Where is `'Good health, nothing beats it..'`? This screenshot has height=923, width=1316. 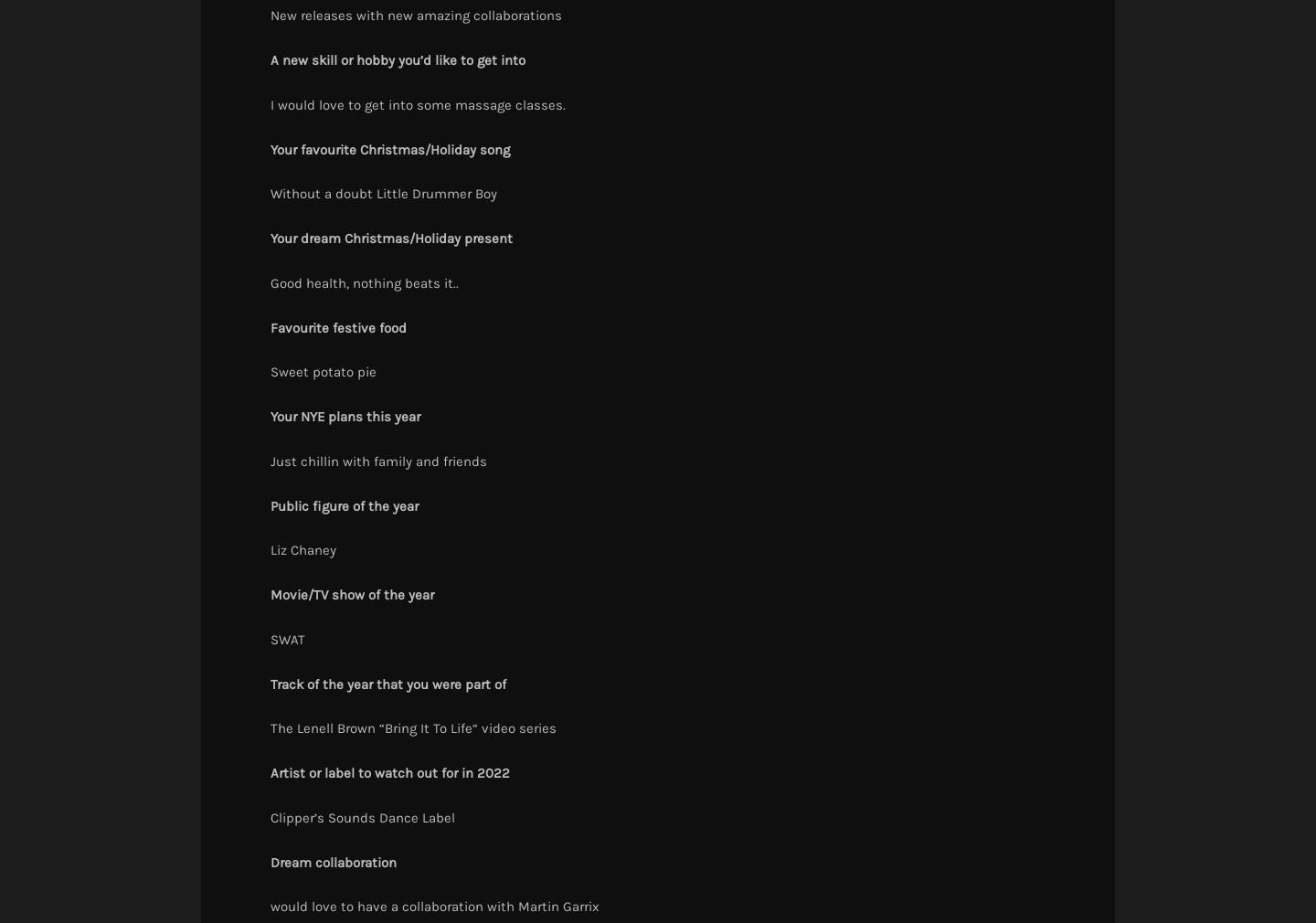 'Good health, nothing beats it..' is located at coordinates (364, 281).